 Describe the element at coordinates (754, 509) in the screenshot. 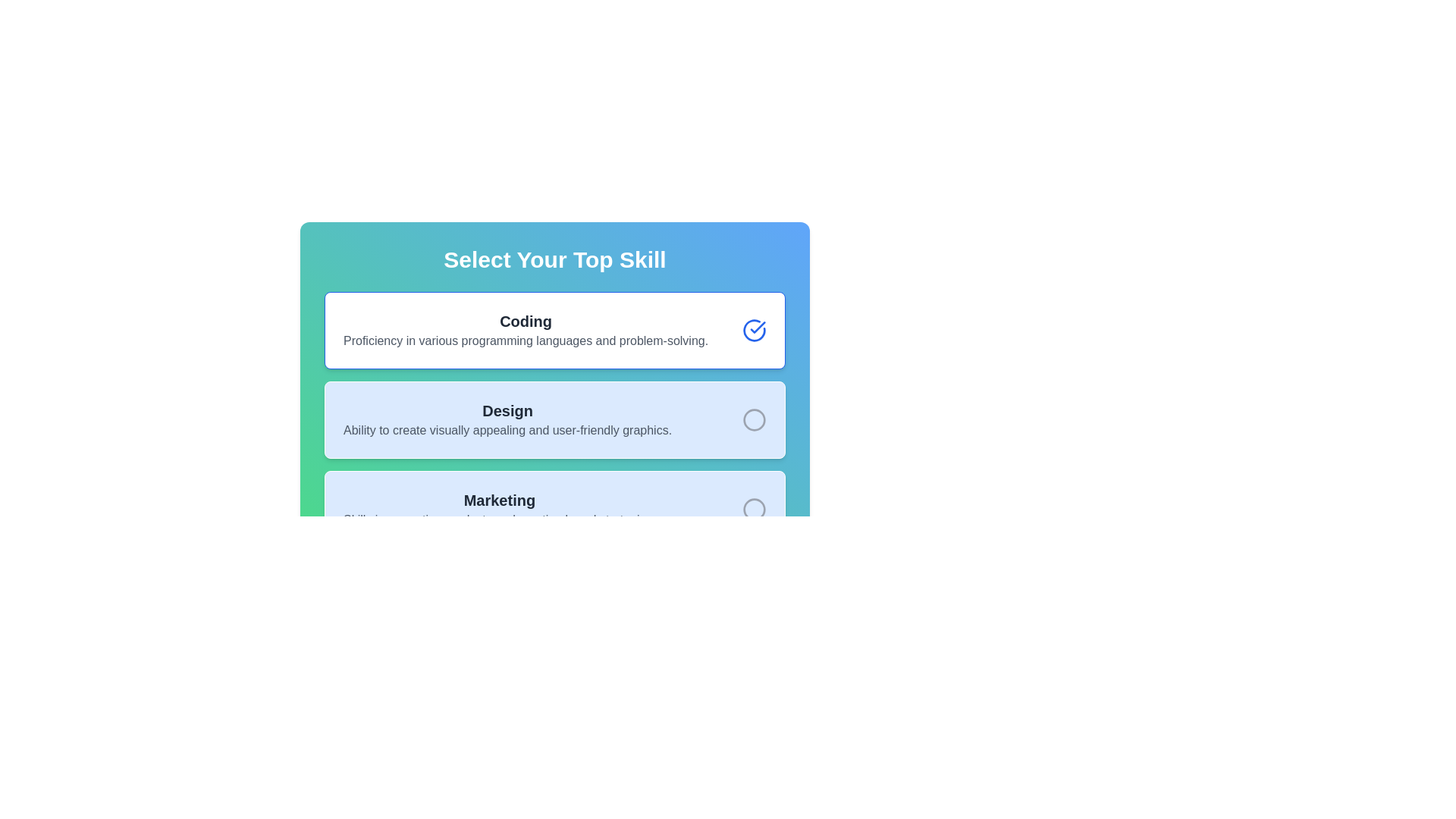

I see `the Circle icon located in the bottom-right corner of the 'Marketing' box in the skill selection interface` at that location.